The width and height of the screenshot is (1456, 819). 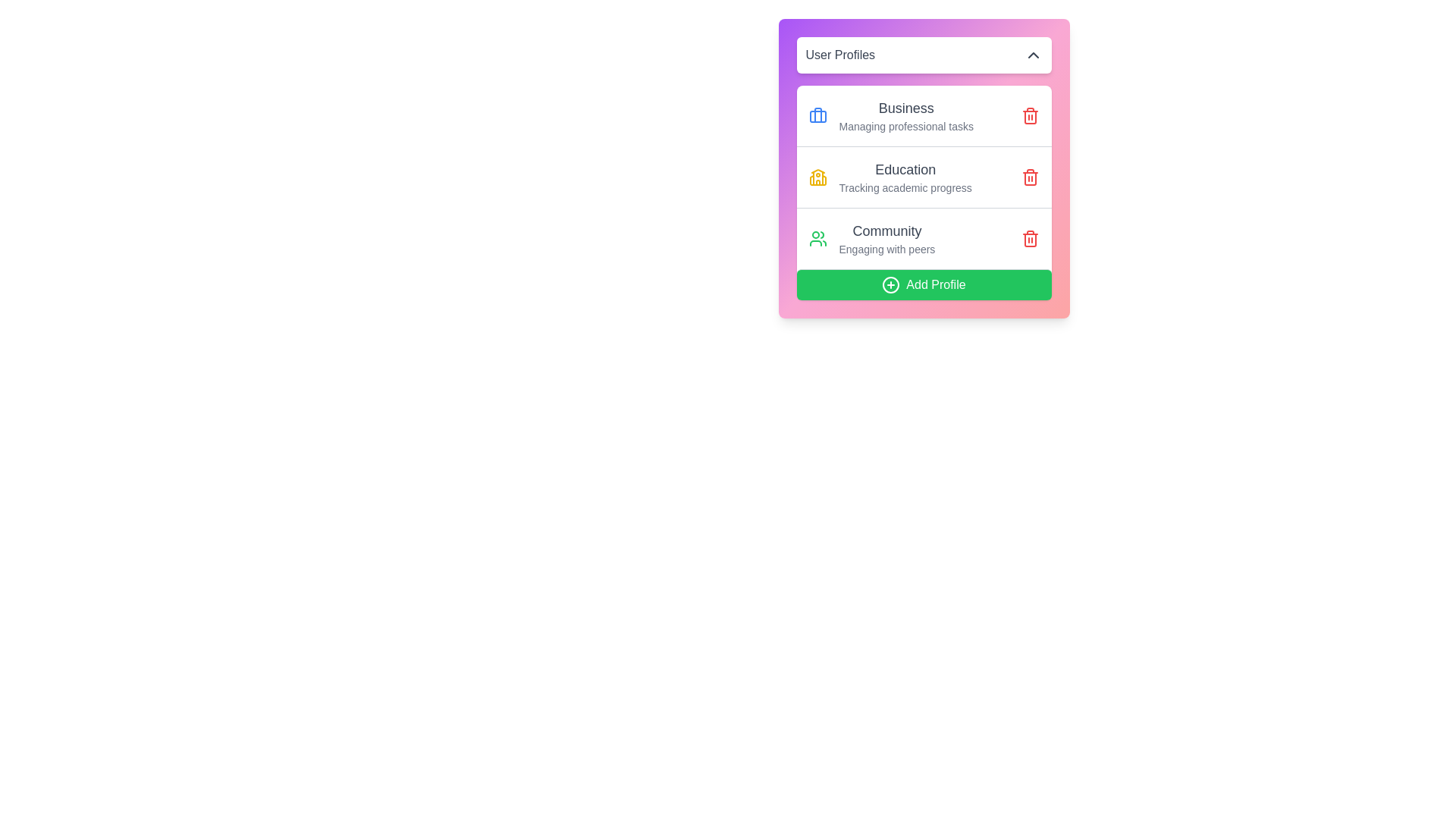 I want to click on the 'Education' text label, which is the title of the second entry in the user profiles list, visually aligned to the left and positioned between 'Business' and 'Community', so click(x=905, y=169).